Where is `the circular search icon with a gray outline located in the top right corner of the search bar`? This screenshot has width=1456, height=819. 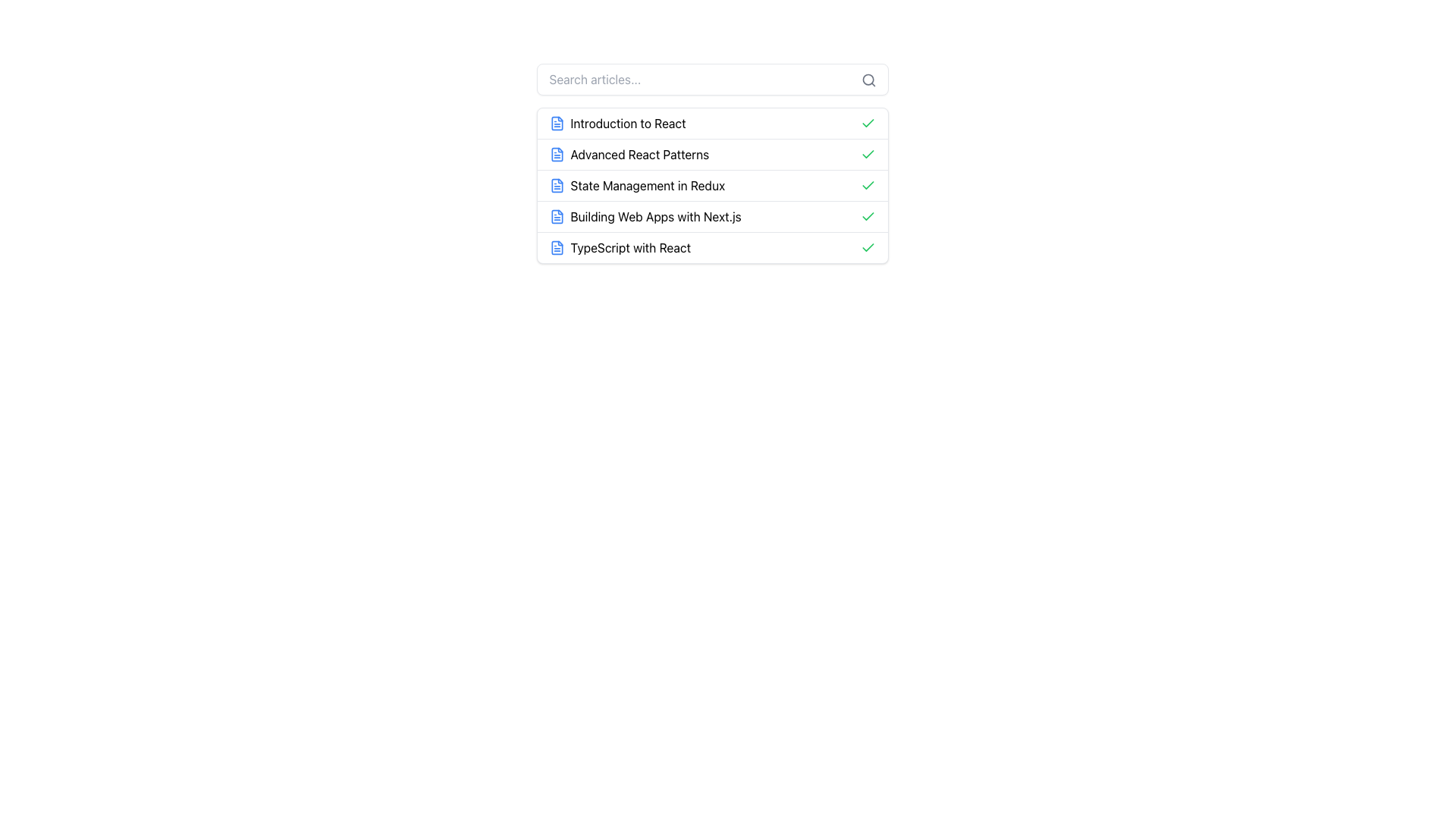 the circular search icon with a gray outline located in the top right corner of the search bar is located at coordinates (868, 80).